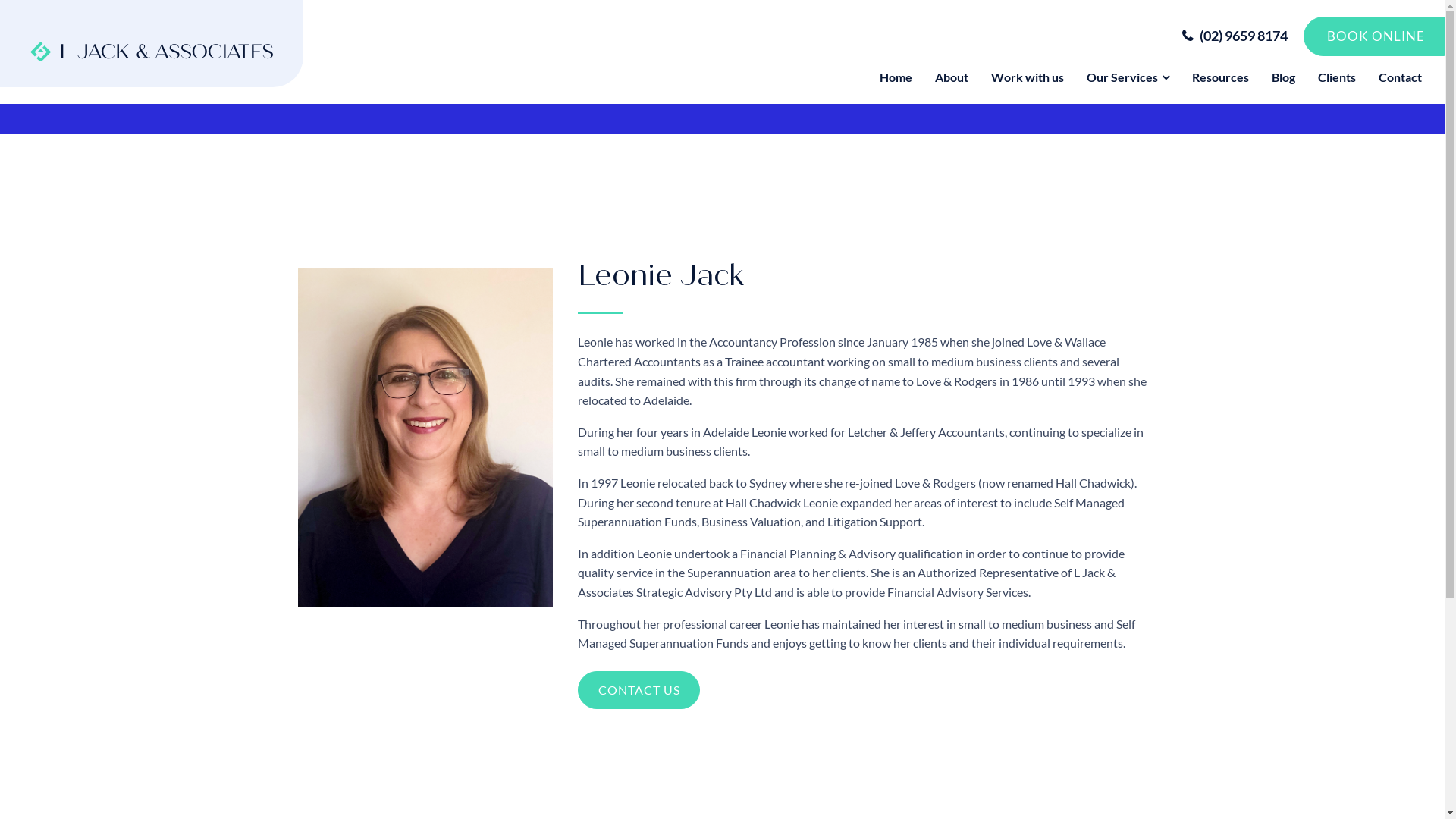 The width and height of the screenshot is (1456, 819). I want to click on 'Contact', so click(1399, 77).